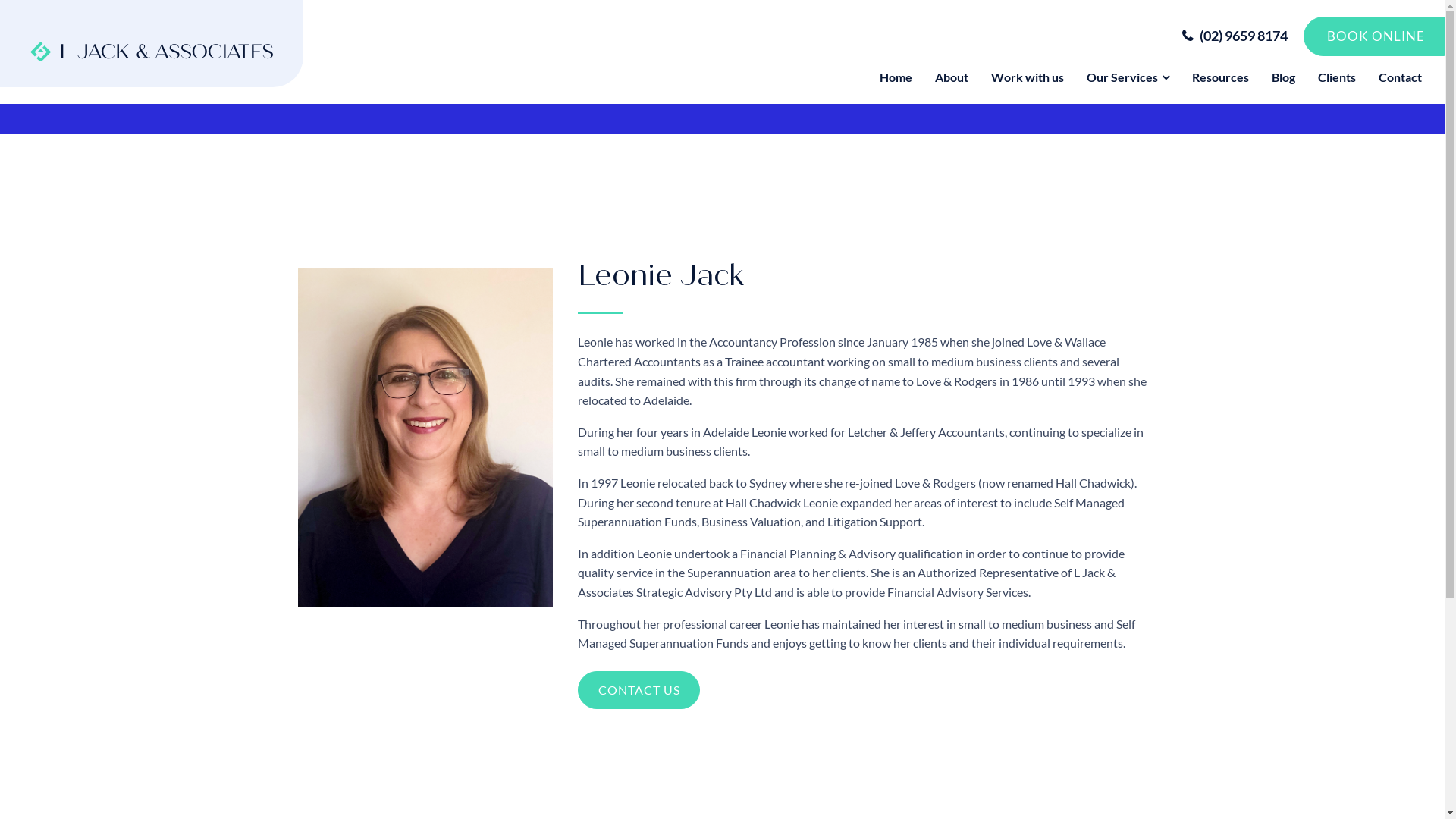 The width and height of the screenshot is (1456, 819). I want to click on 'Contact', so click(1399, 77).